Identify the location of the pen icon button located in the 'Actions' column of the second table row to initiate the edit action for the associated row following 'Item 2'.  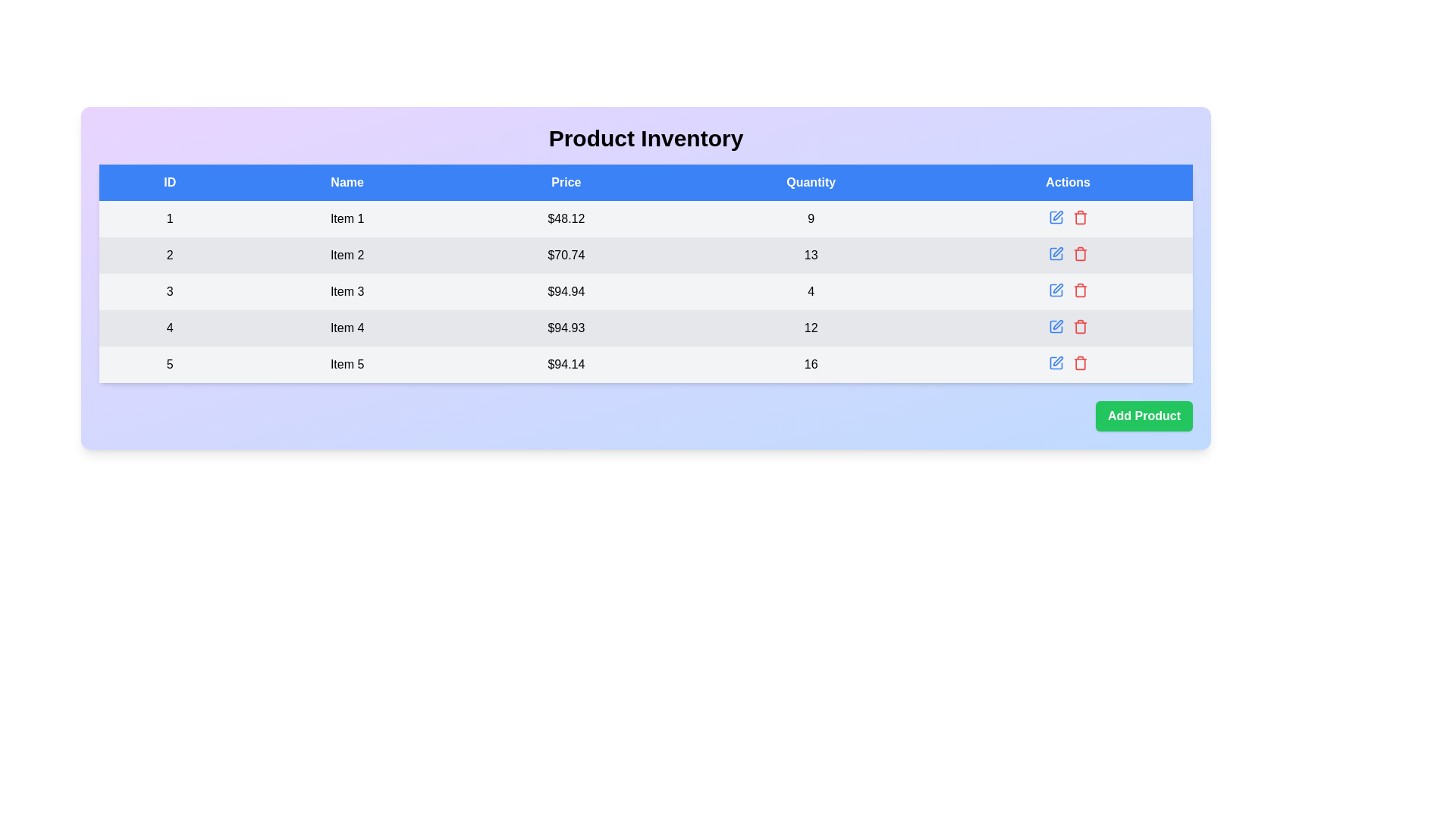
(1057, 250).